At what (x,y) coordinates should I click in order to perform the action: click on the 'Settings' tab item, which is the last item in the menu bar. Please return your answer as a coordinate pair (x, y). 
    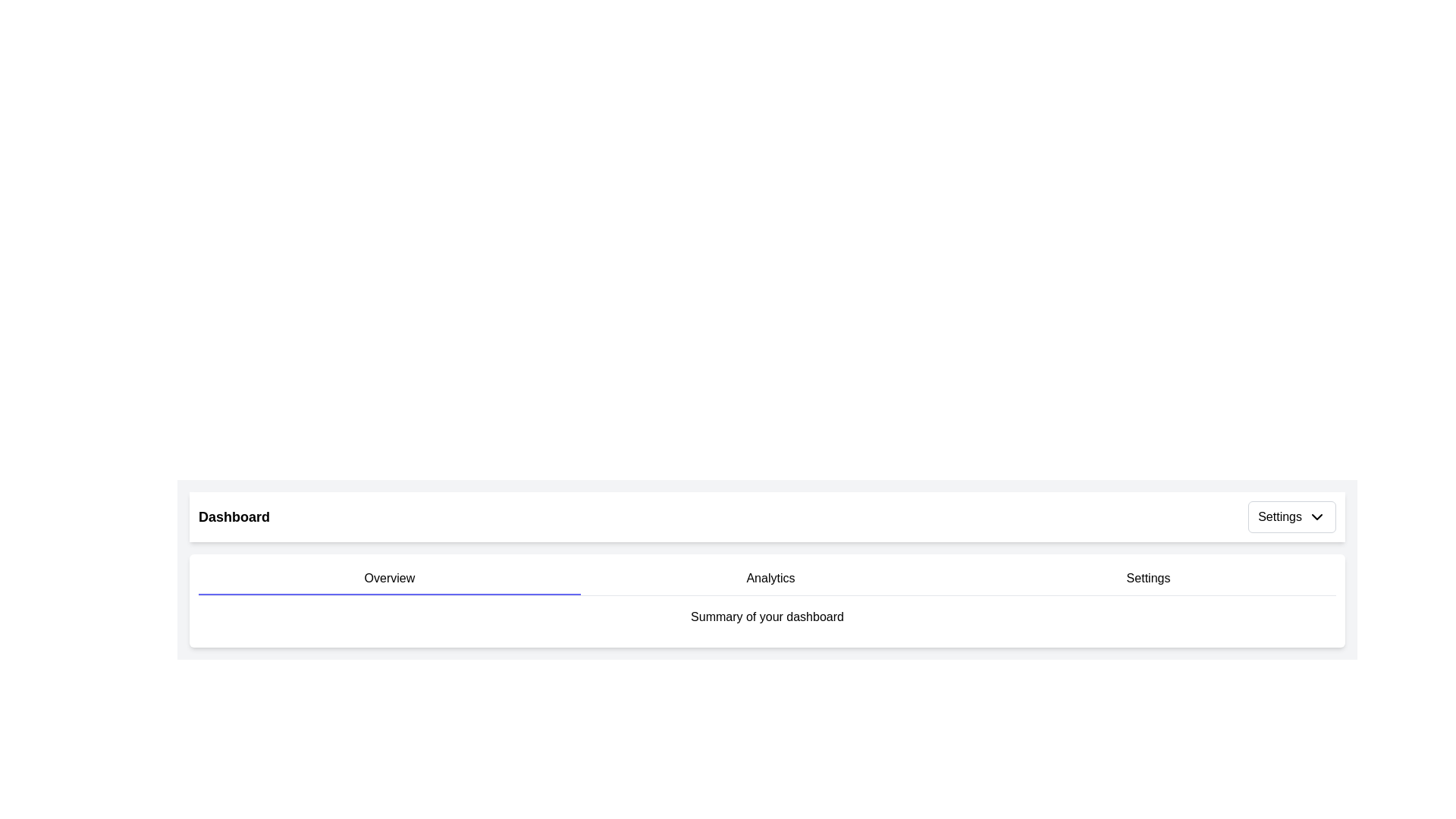
    Looking at the image, I should click on (1148, 579).